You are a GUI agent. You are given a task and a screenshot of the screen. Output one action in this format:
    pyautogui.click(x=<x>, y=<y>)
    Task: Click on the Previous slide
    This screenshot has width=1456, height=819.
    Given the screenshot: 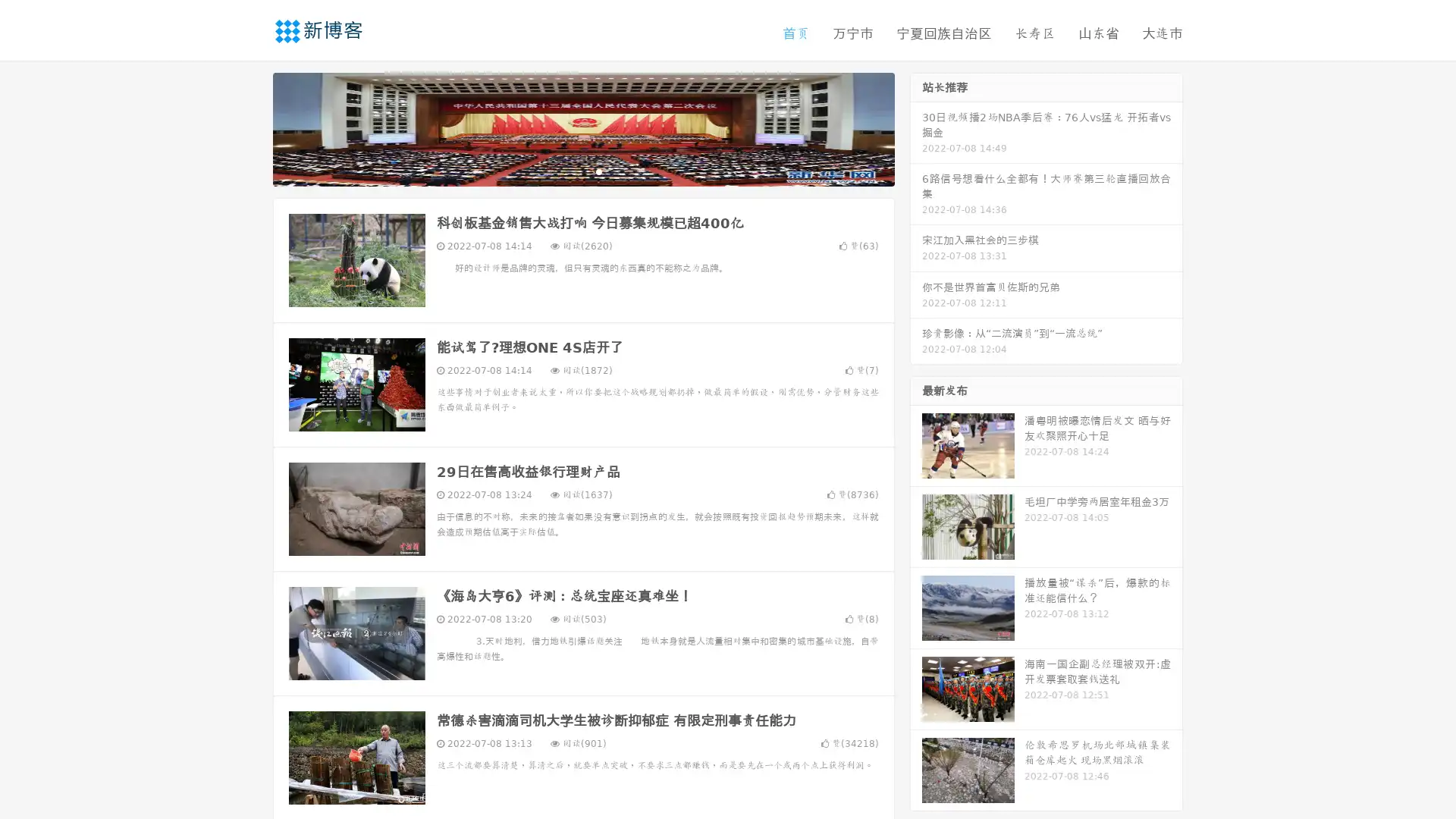 What is the action you would take?
    pyautogui.click(x=250, y=127)
    